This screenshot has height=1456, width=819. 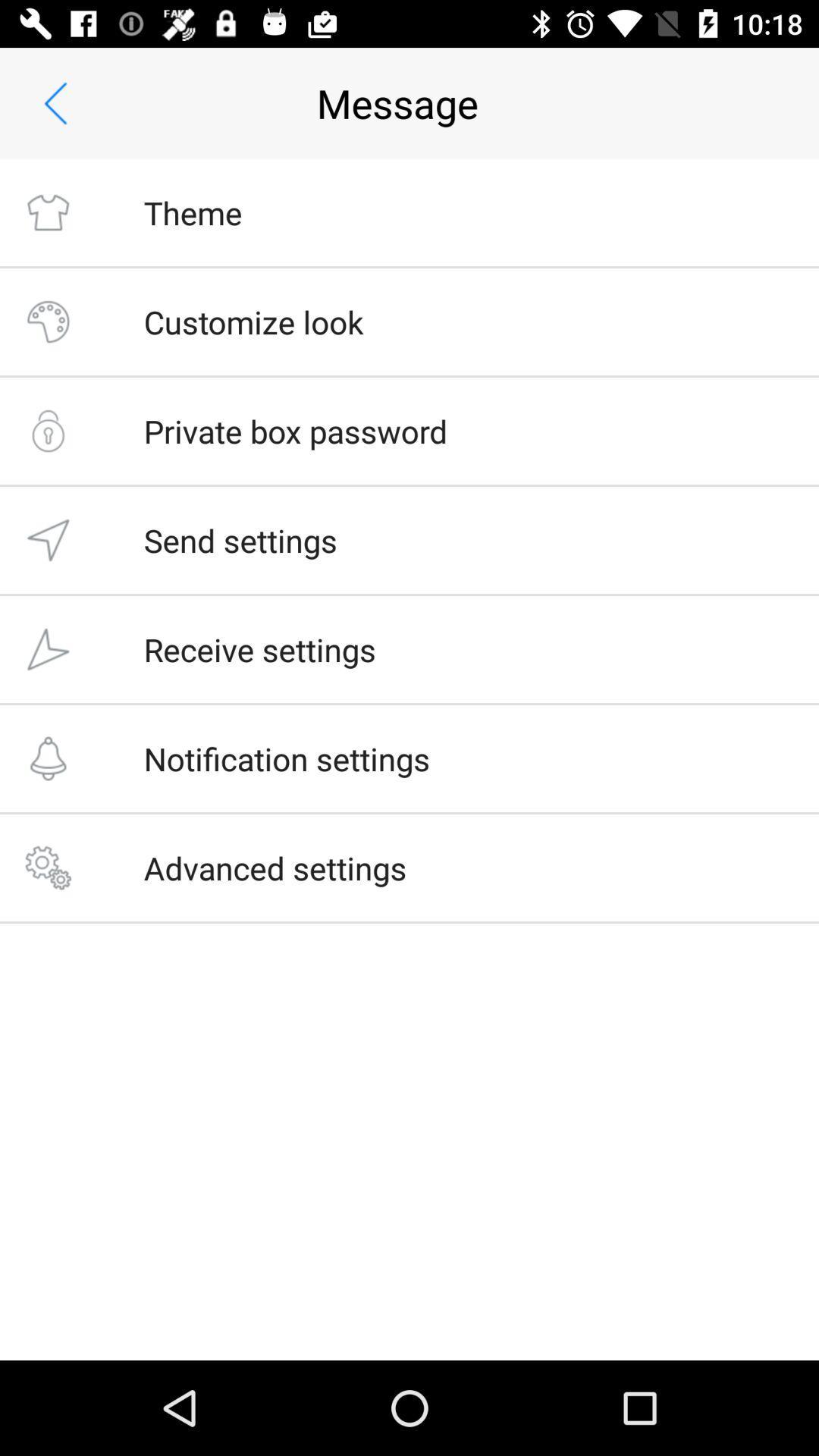 I want to click on the item below the private box password, so click(x=240, y=540).